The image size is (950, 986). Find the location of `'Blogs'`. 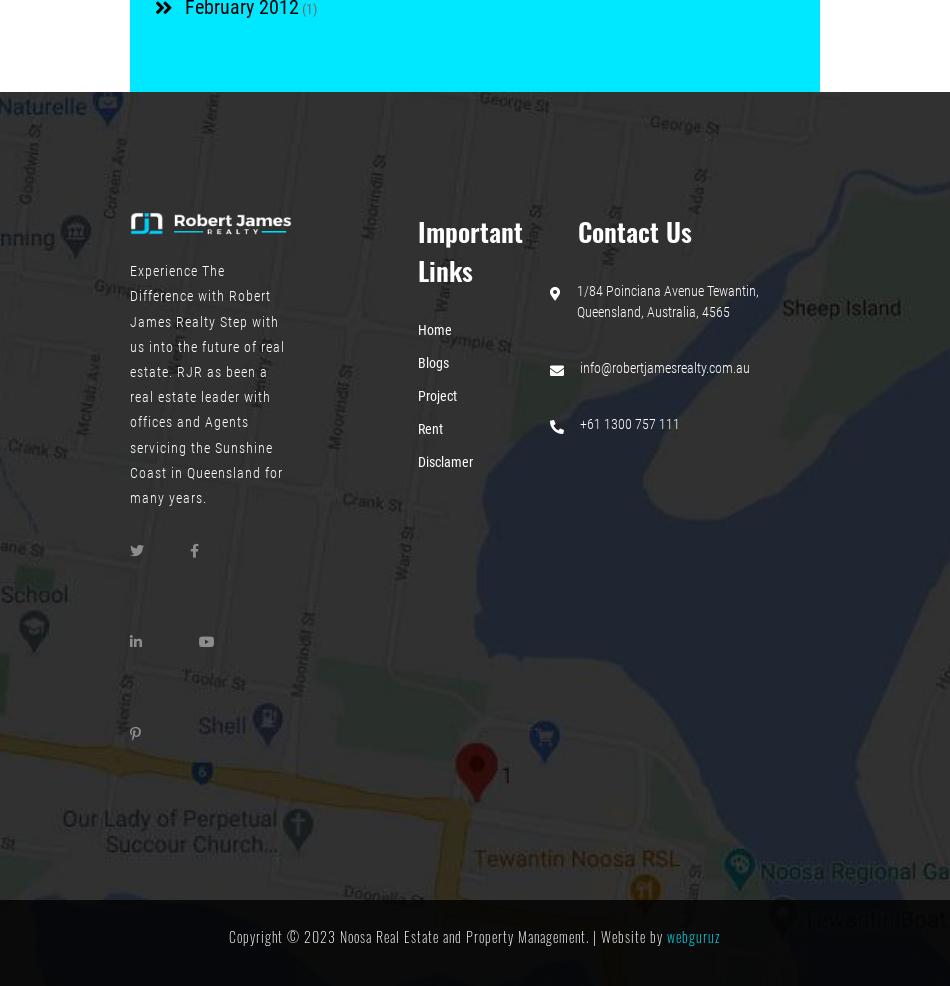

'Blogs' is located at coordinates (417, 360).